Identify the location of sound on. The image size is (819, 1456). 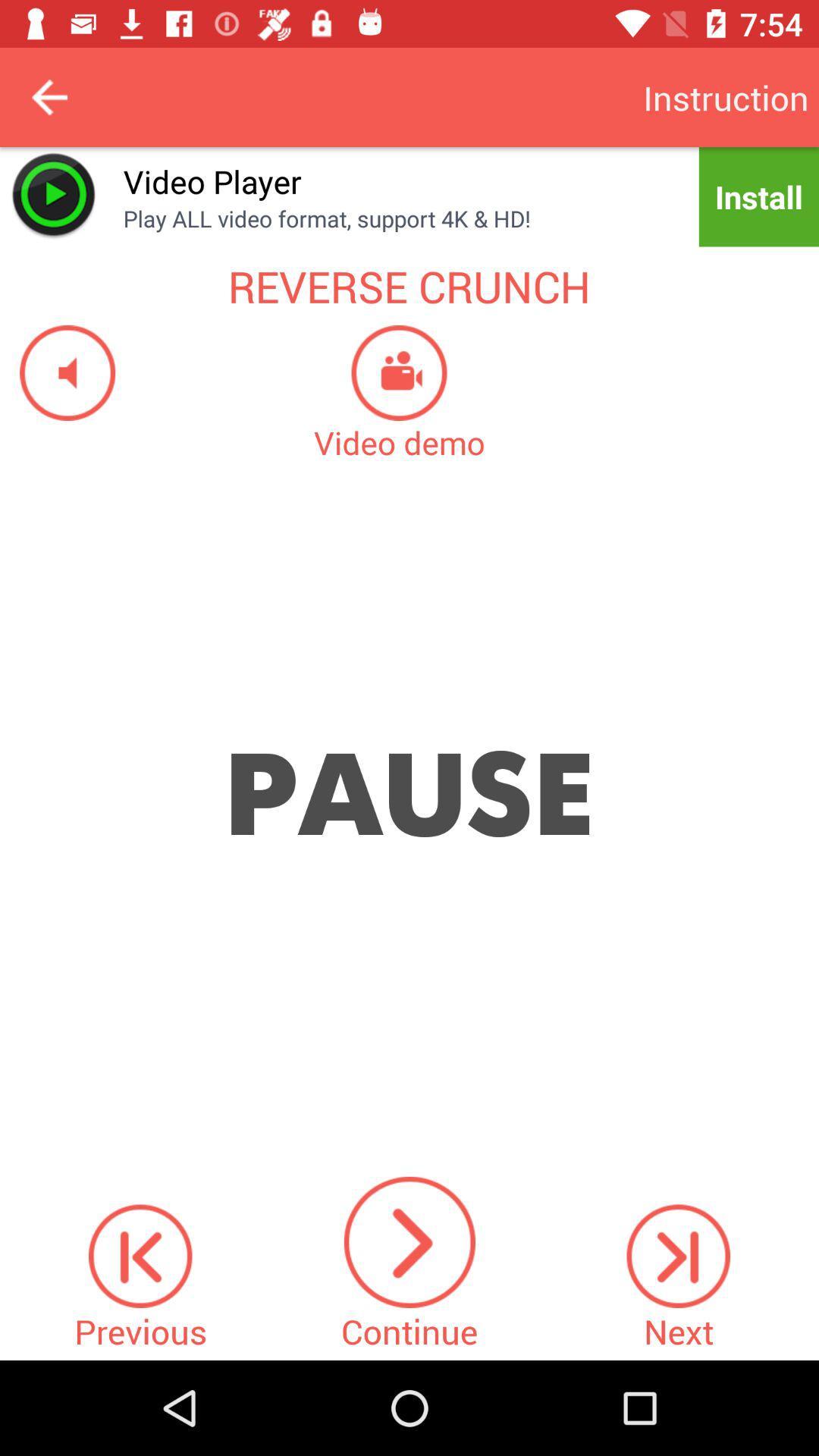
(57, 372).